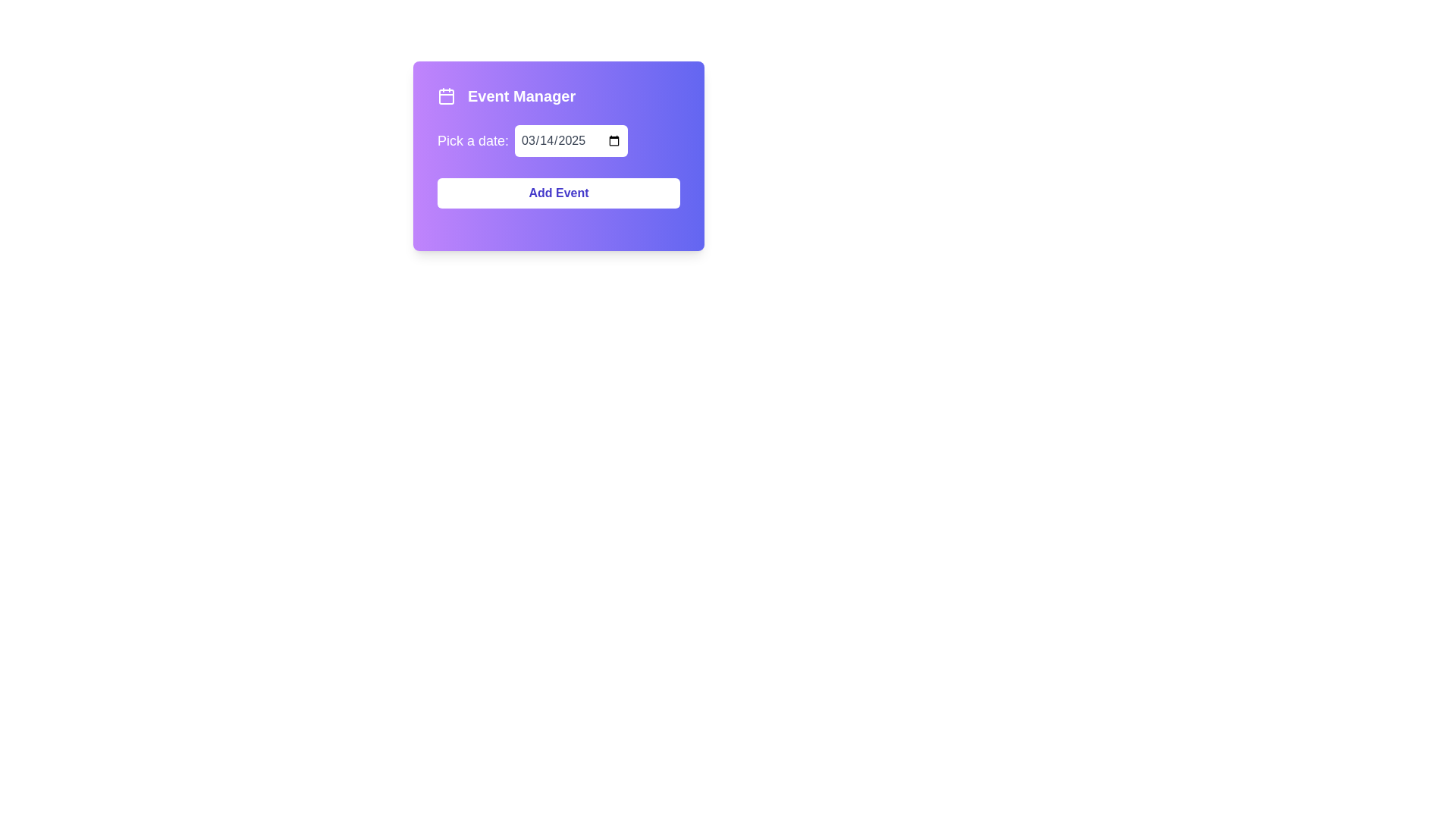  What do you see at coordinates (558, 140) in the screenshot?
I see `the date input field within the Date Picker Input Group that displays '03/14/2025' to type a date` at bounding box center [558, 140].